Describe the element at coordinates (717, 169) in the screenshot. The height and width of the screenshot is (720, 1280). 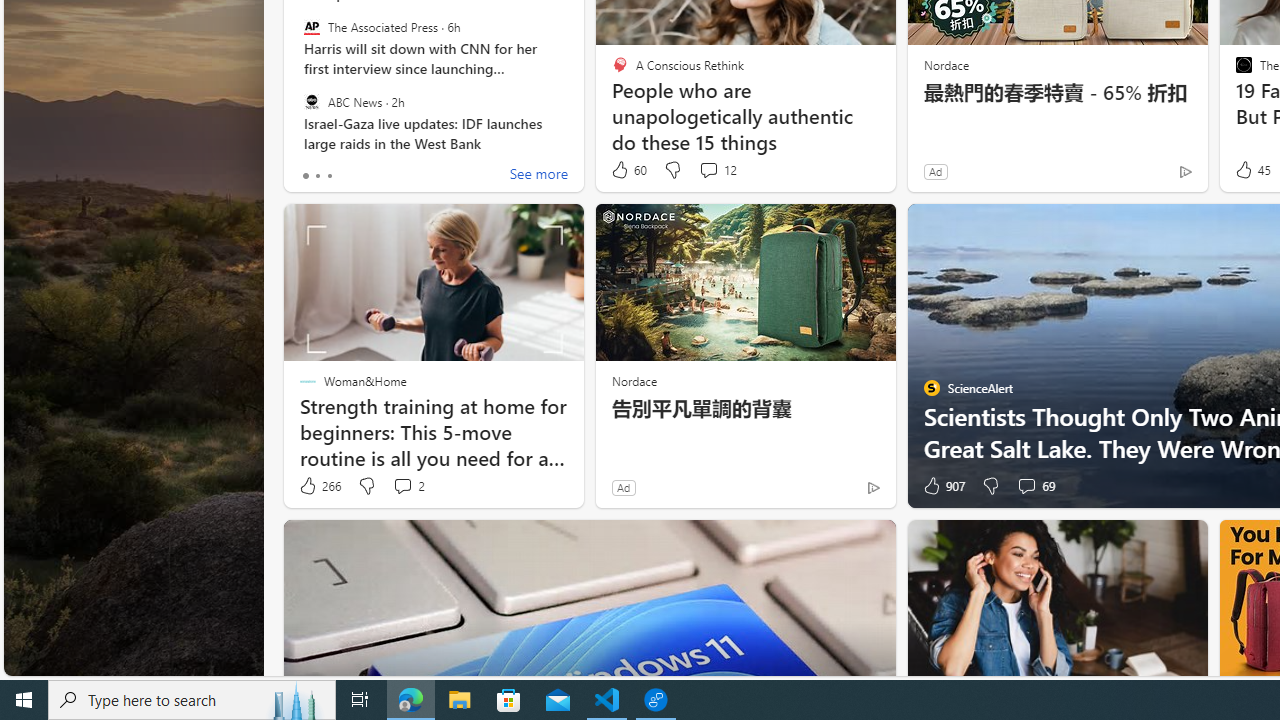
I see `'View comments 12 Comment'` at that location.